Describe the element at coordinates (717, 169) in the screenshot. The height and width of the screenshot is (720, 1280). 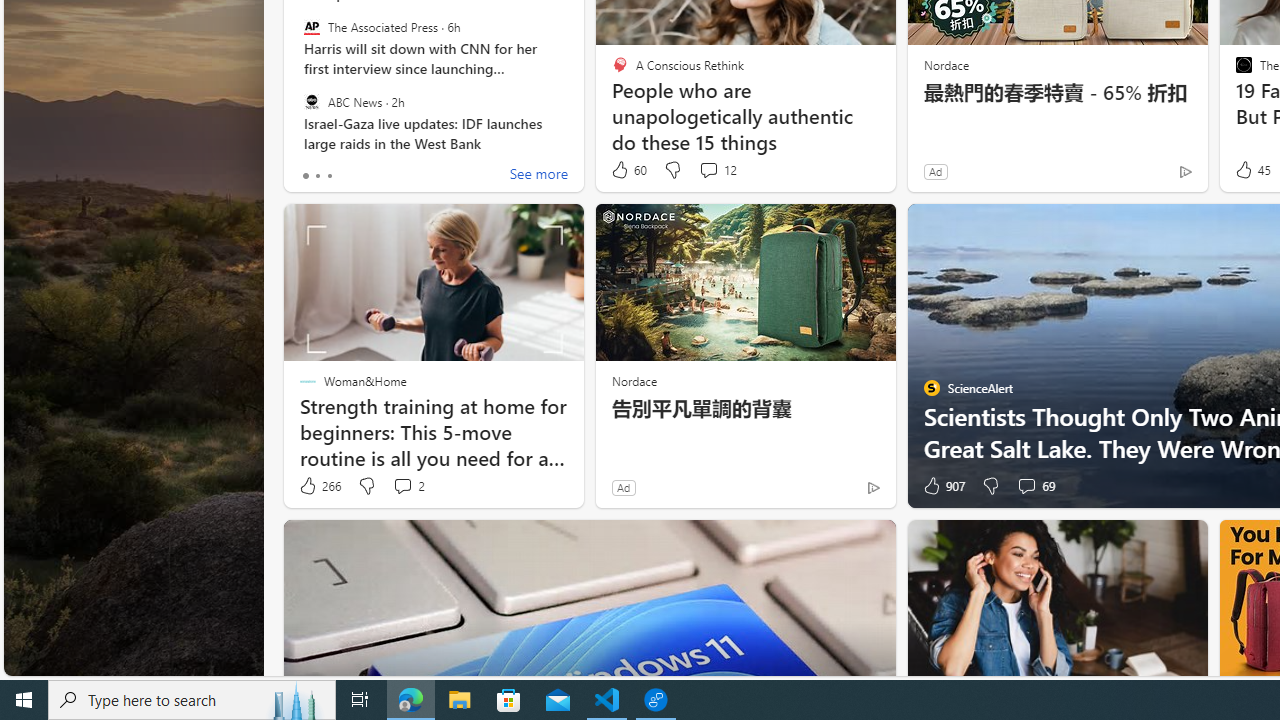
I see `'View comments 12 Comment'` at that location.